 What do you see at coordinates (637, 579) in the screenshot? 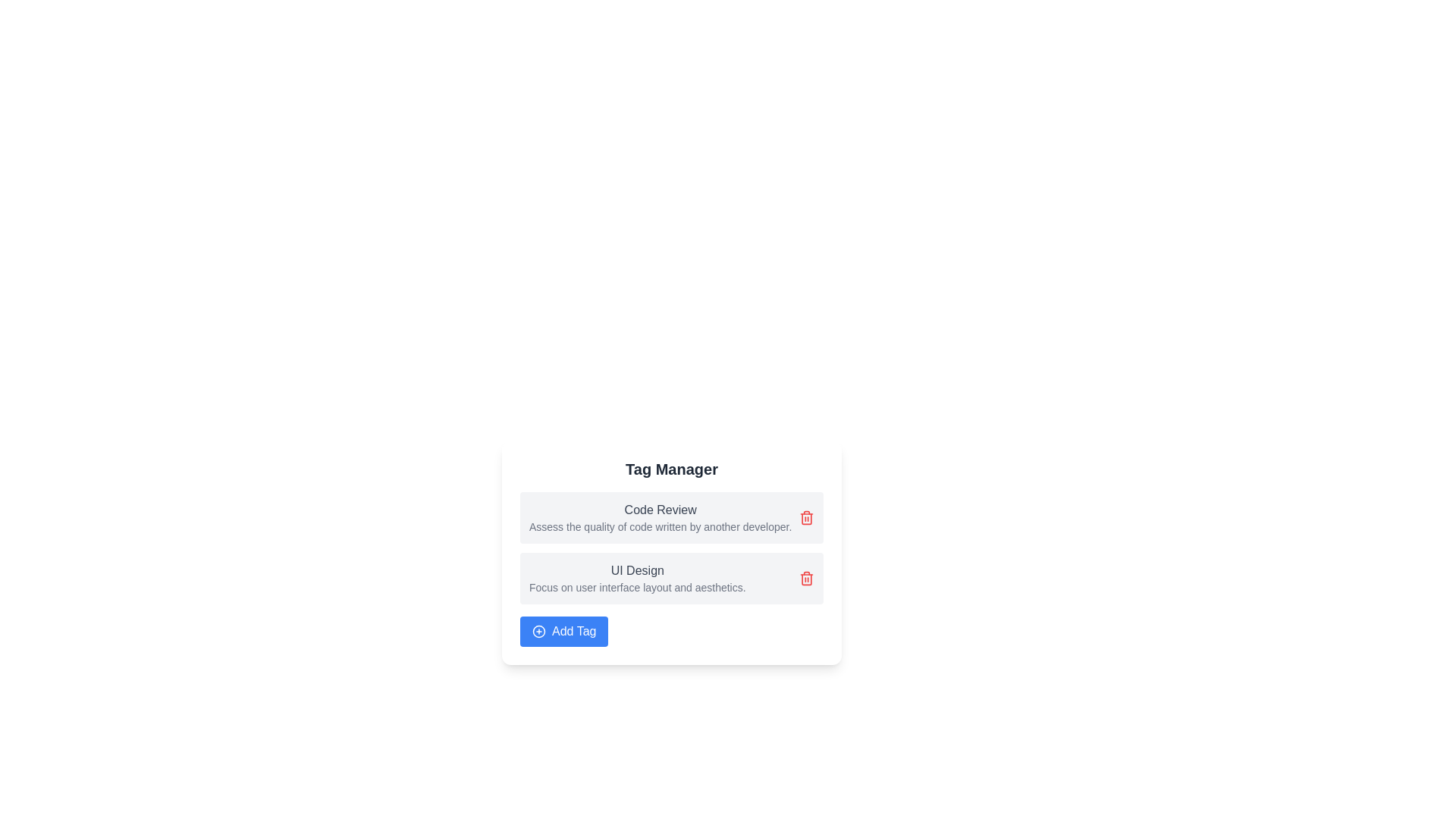
I see `the Text display block that provides information about the UI design tag, located below the 'Code Review' box and above the 'Add Tag' button` at bounding box center [637, 579].